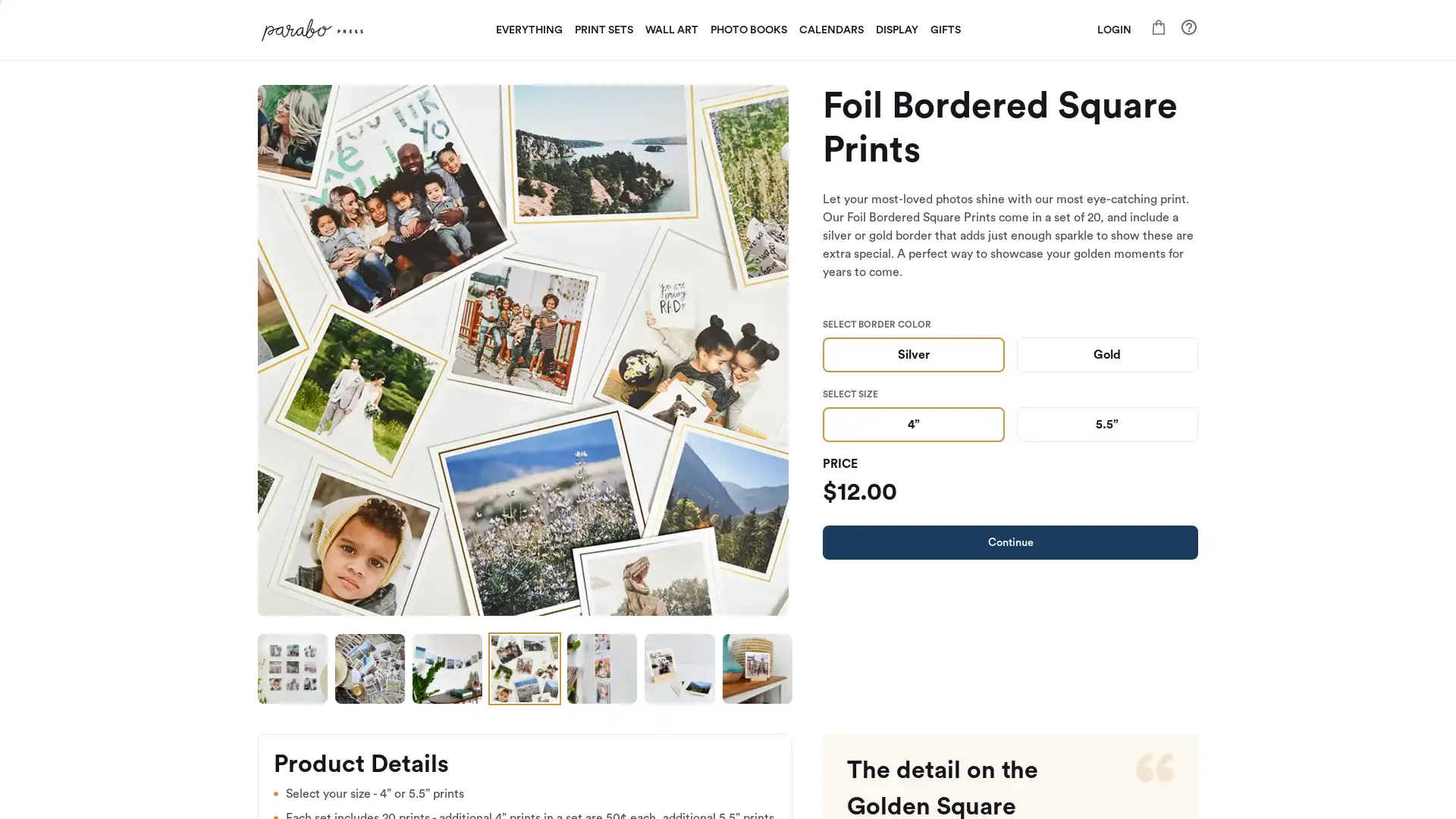 This screenshot has width=1456, height=819. Describe the element at coordinates (447, 668) in the screenshot. I see `slide dot` at that location.